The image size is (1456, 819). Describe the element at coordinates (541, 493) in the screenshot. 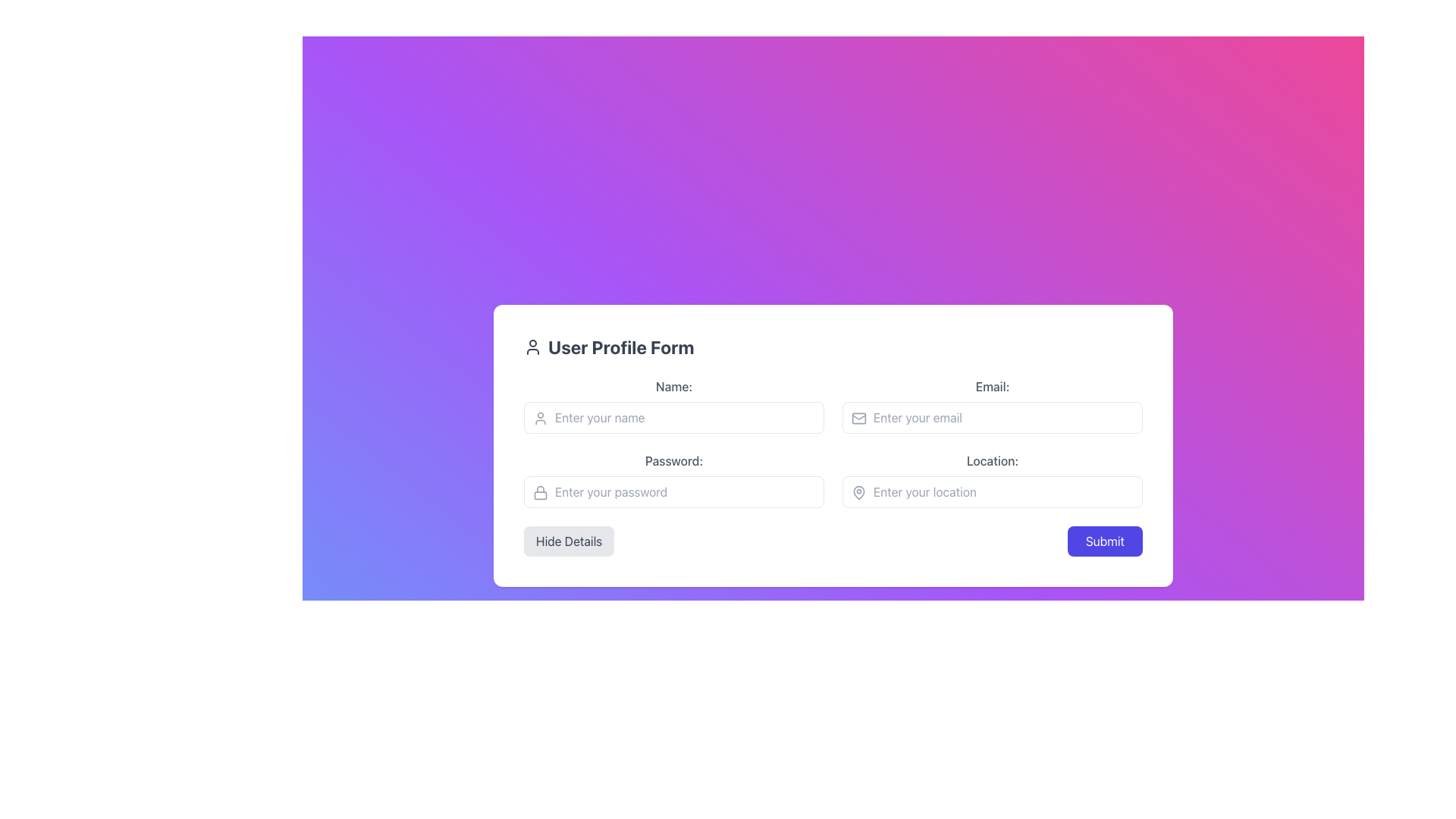

I see `the decorative lock icon located inside the password input field of the user profile form, which serves as a visual cue for security` at that location.